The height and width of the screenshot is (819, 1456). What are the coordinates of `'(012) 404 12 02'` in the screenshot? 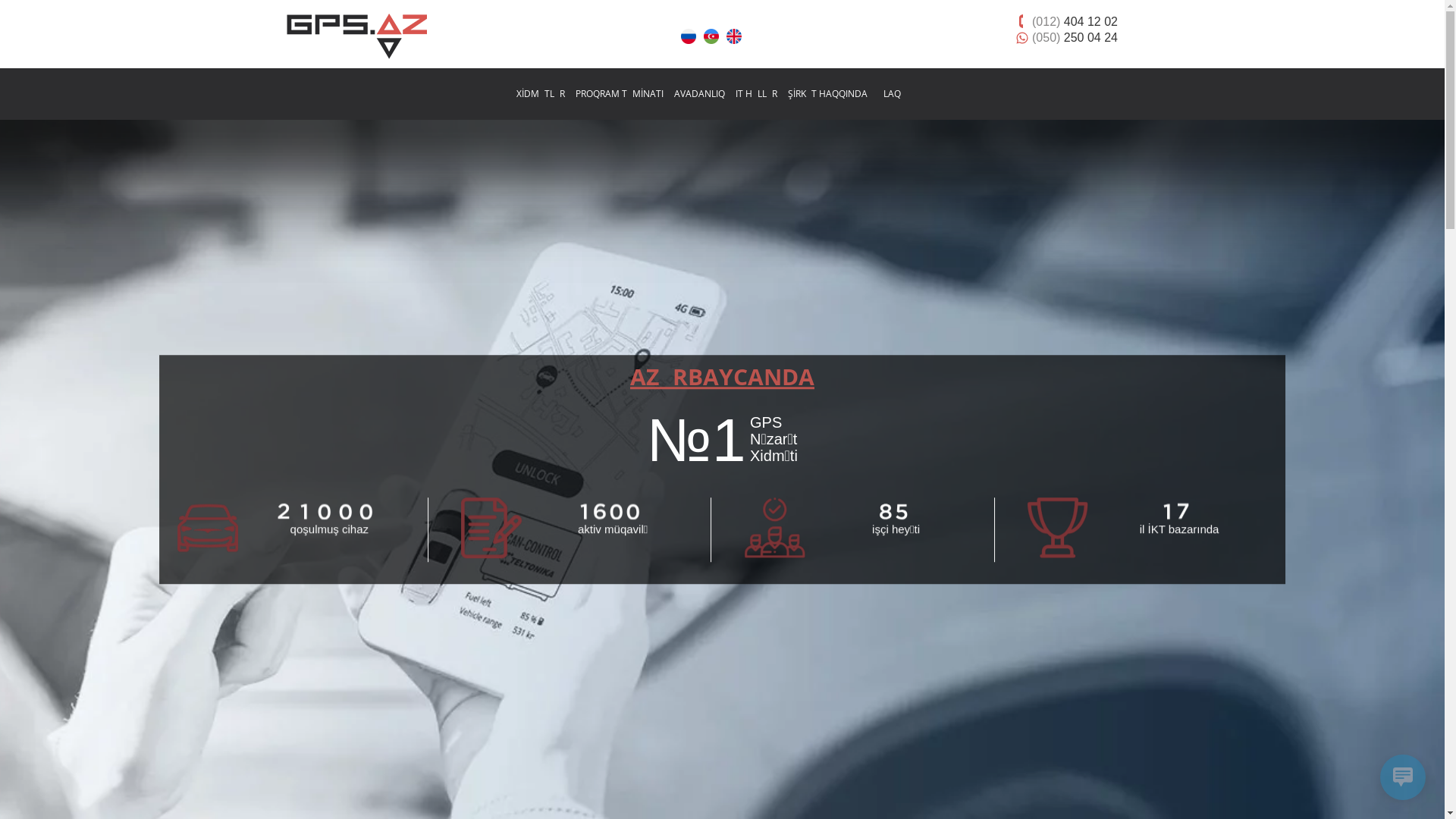 It's located at (1074, 21).